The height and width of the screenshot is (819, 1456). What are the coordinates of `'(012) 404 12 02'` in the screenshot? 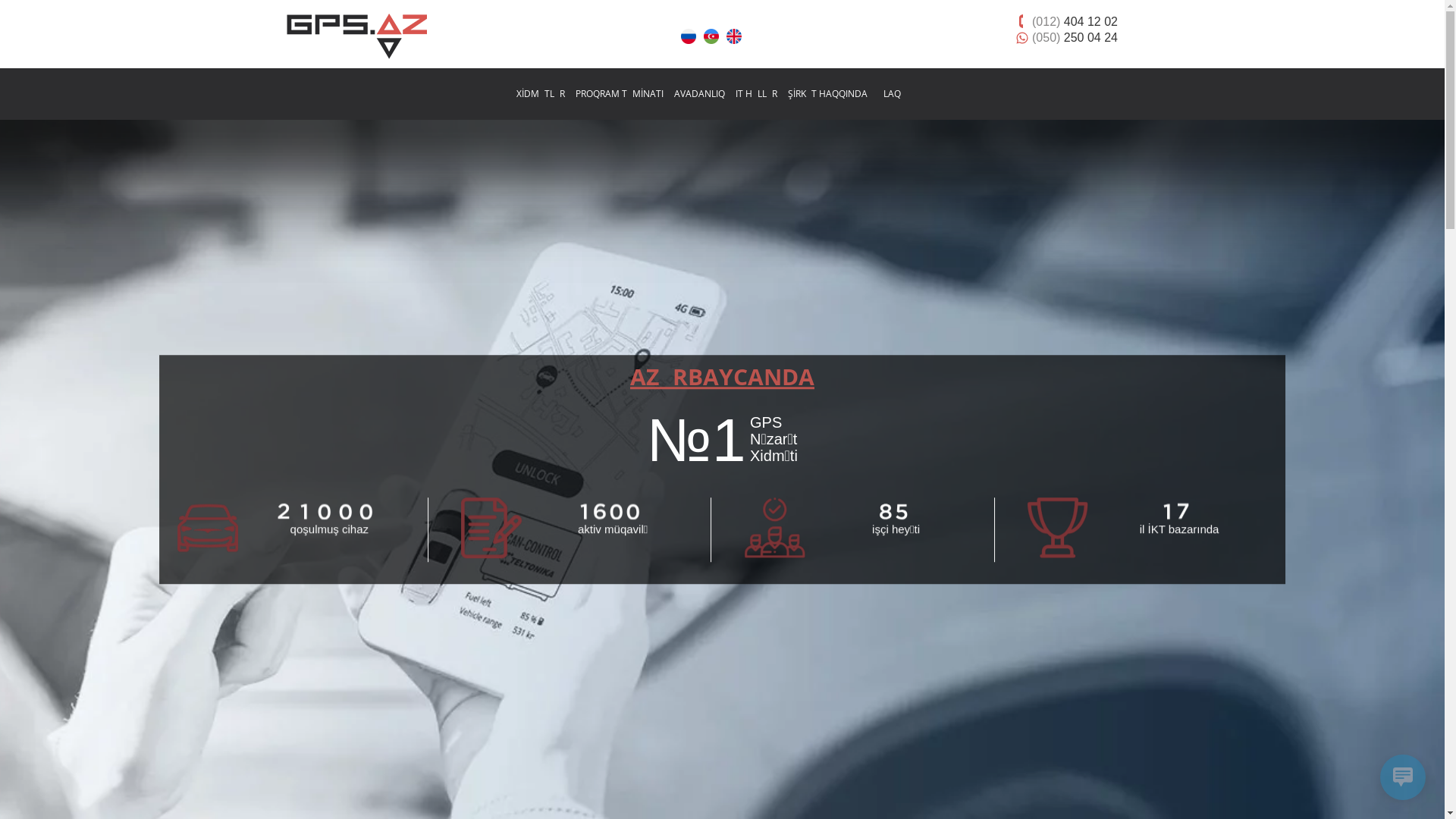 It's located at (1074, 21).